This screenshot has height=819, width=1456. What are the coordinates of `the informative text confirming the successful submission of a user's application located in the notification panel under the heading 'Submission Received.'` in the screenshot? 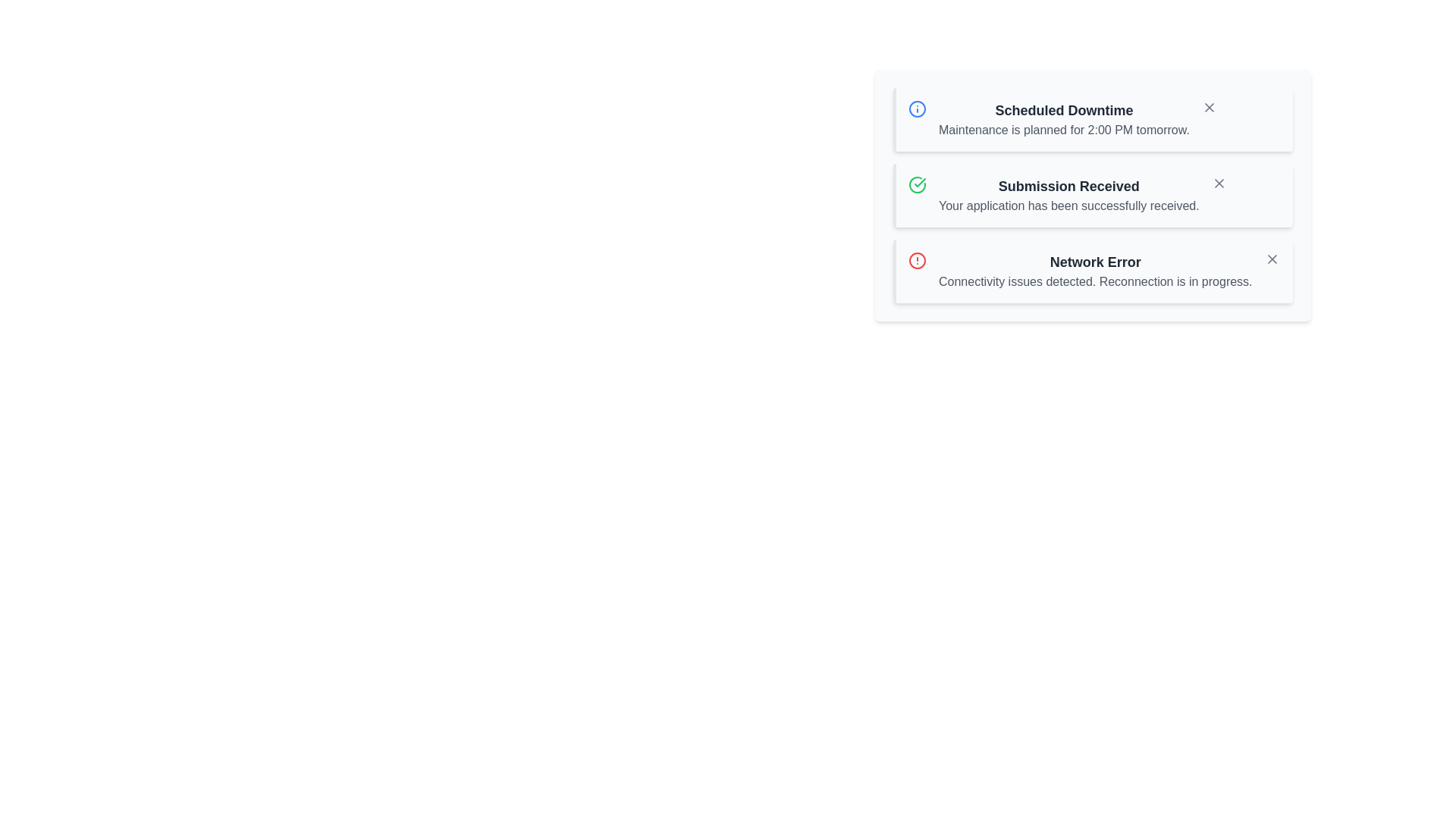 It's located at (1068, 206).